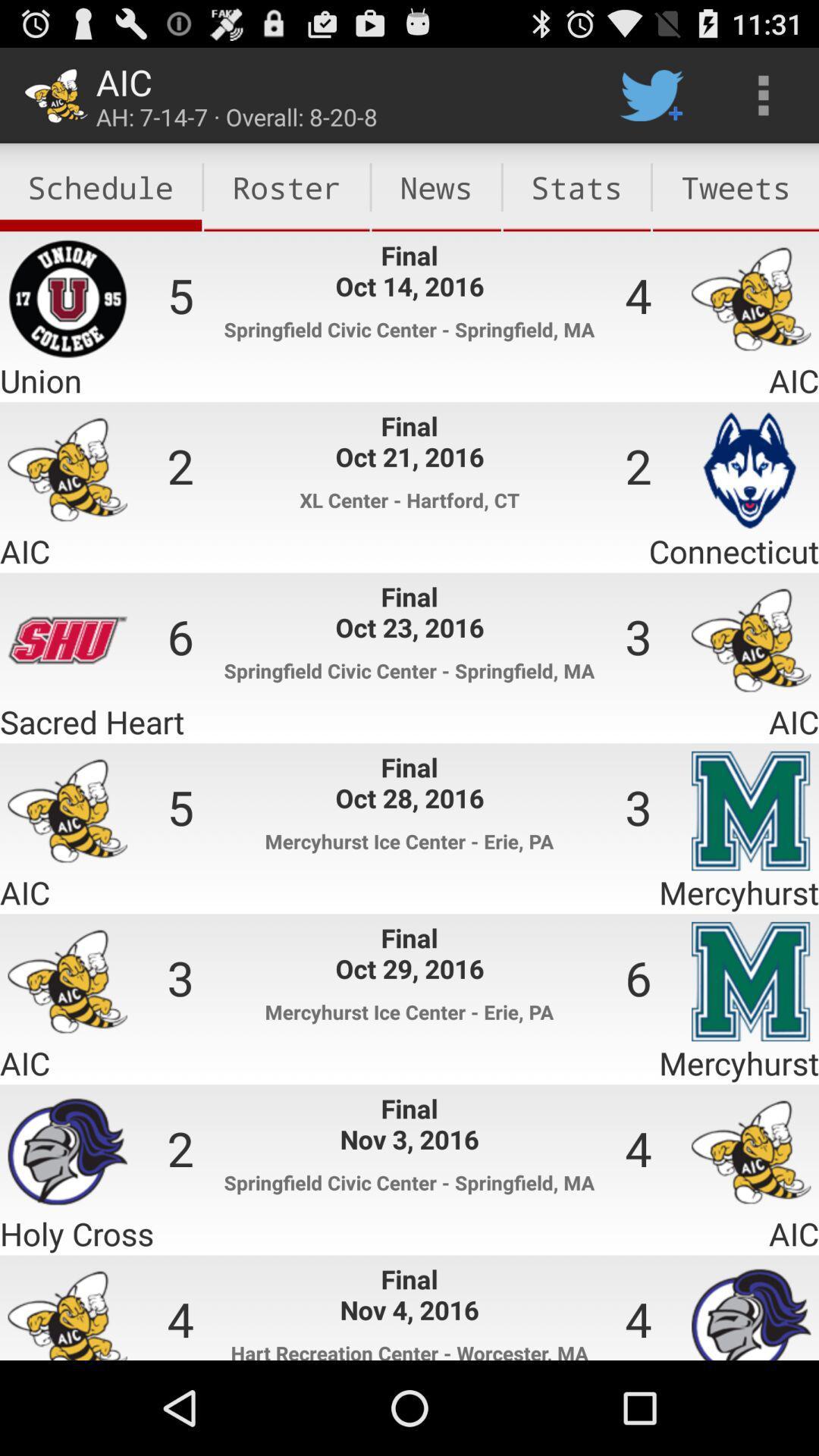  I want to click on icon next to 4 app, so click(735, 187).